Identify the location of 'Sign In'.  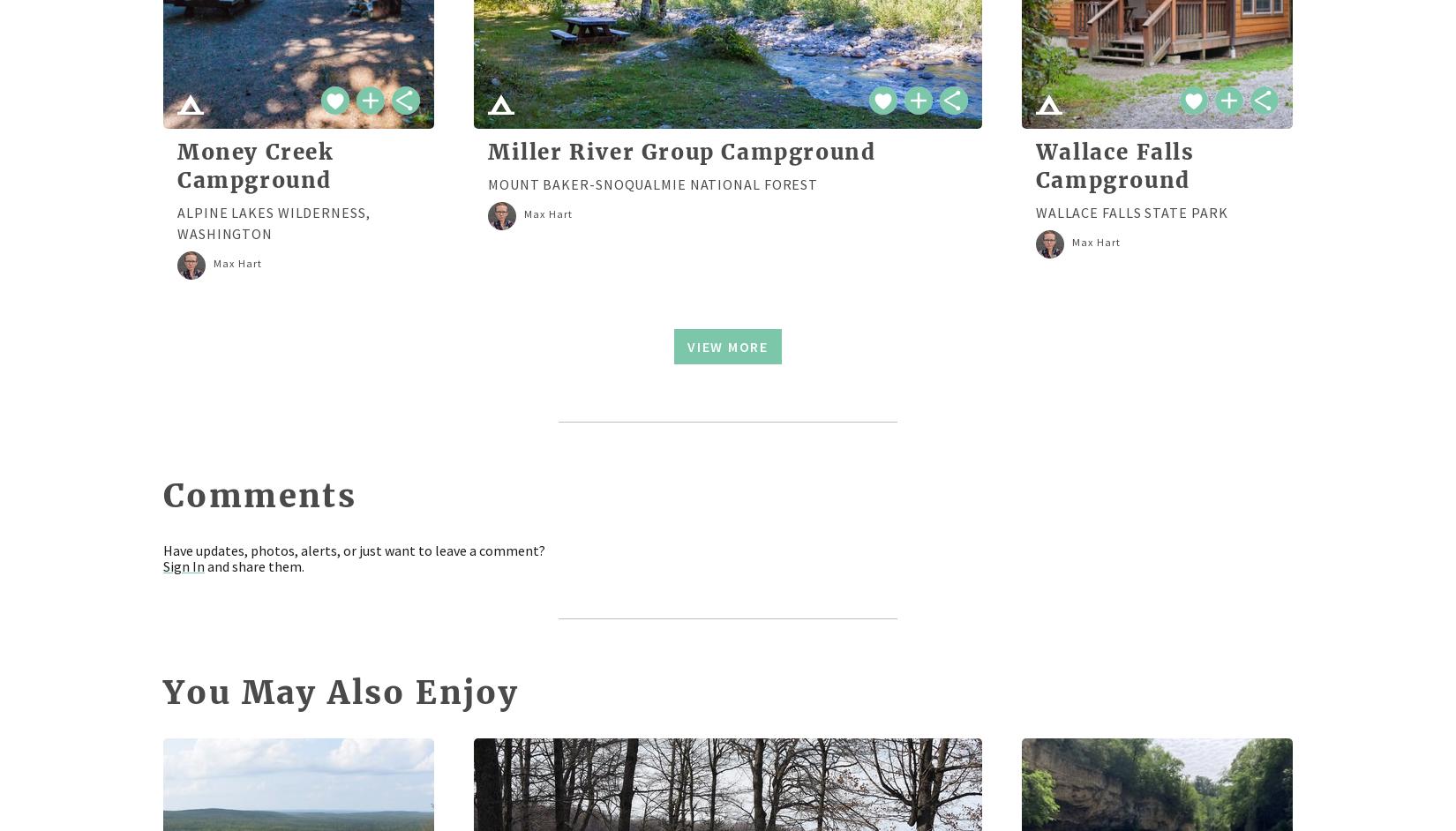
(162, 565).